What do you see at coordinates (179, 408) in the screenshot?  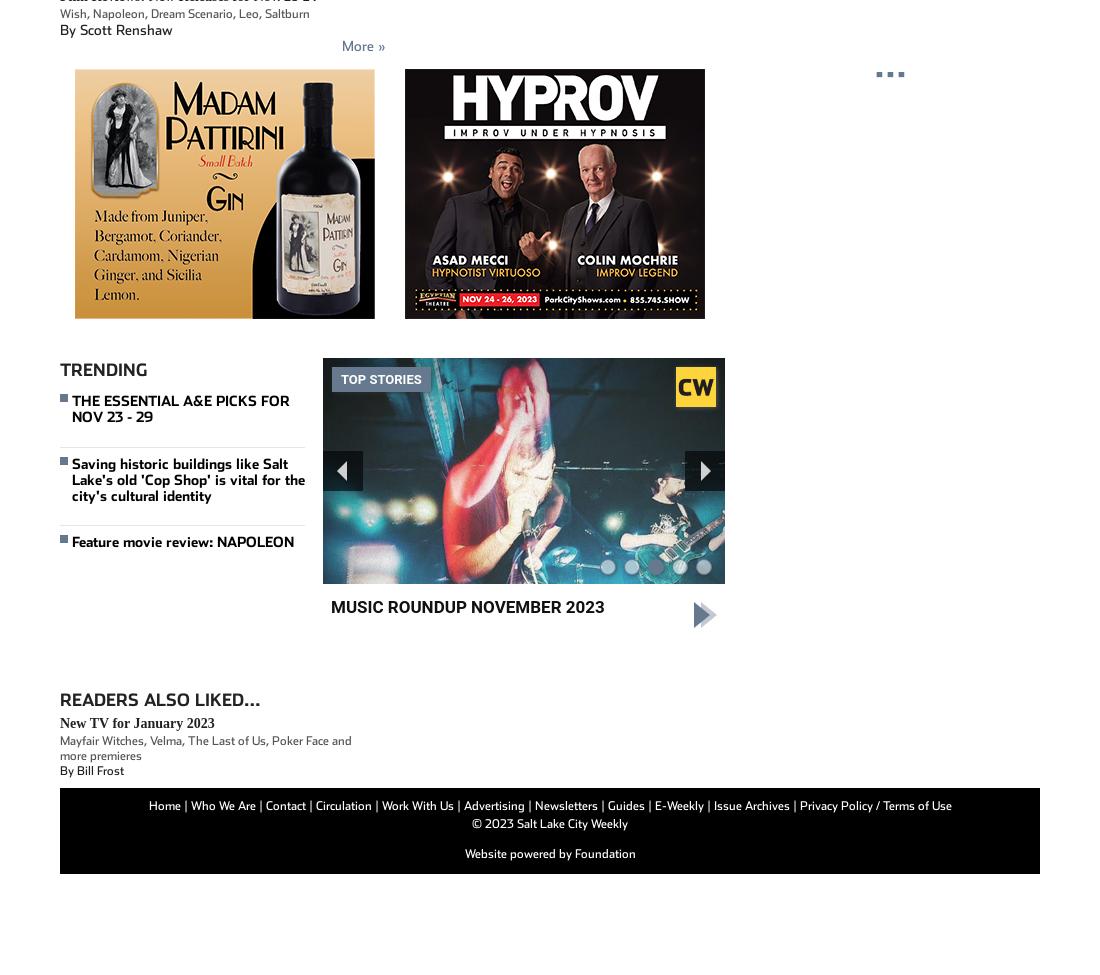 I see `'THE ESSENTIAL A&E PICKS FOR NOV 23 - 29'` at bounding box center [179, 408].